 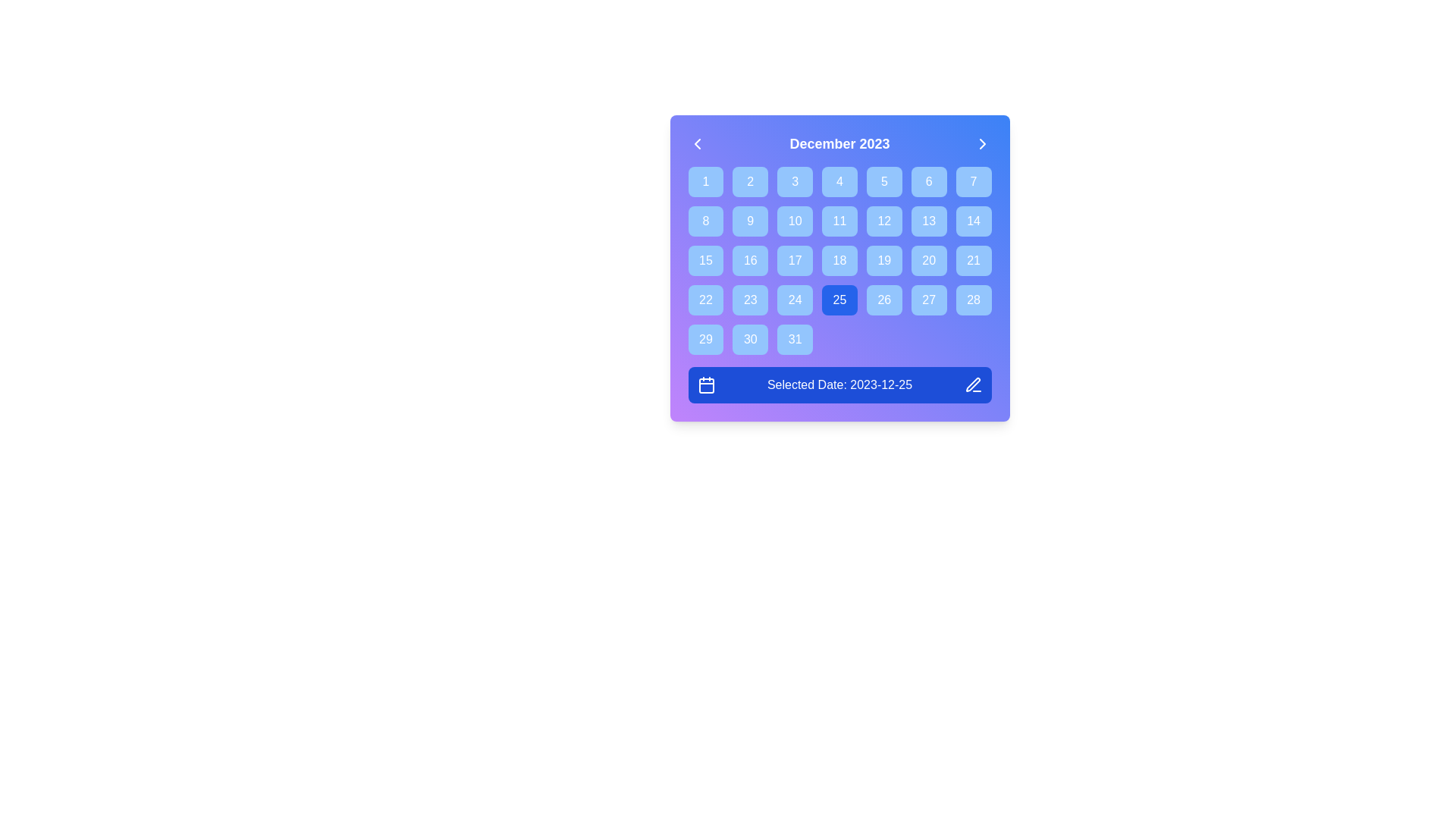 I want to click on the rounded rectangular button labeled '21' with a light blue background, so click(x=974, y=259).